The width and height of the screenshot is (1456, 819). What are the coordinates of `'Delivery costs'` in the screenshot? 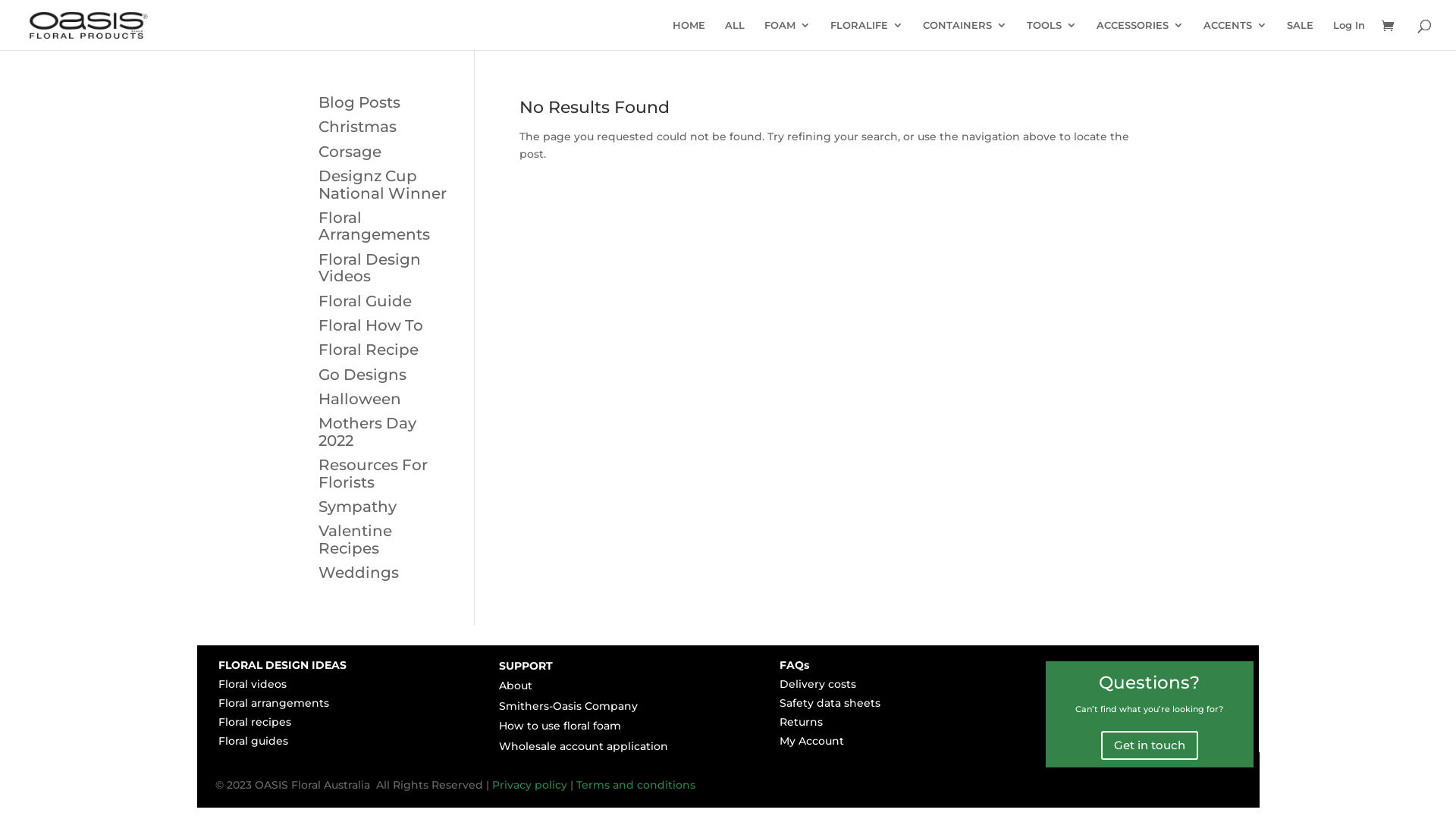 It's located at (817, 684).